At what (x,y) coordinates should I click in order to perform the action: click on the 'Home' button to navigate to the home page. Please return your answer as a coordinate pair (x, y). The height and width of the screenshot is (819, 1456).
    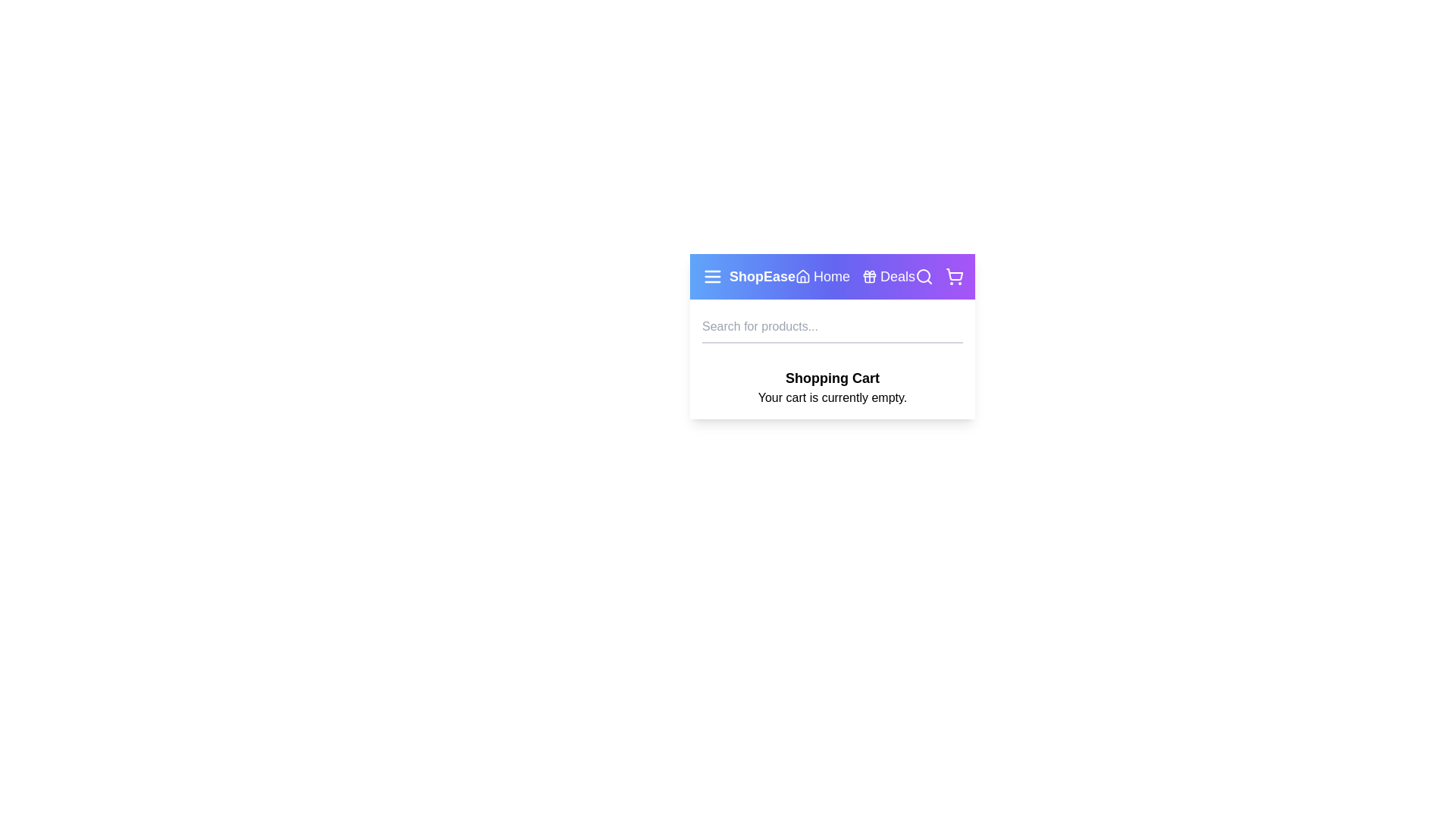
    Looking at the image, I should click on (821, 277).